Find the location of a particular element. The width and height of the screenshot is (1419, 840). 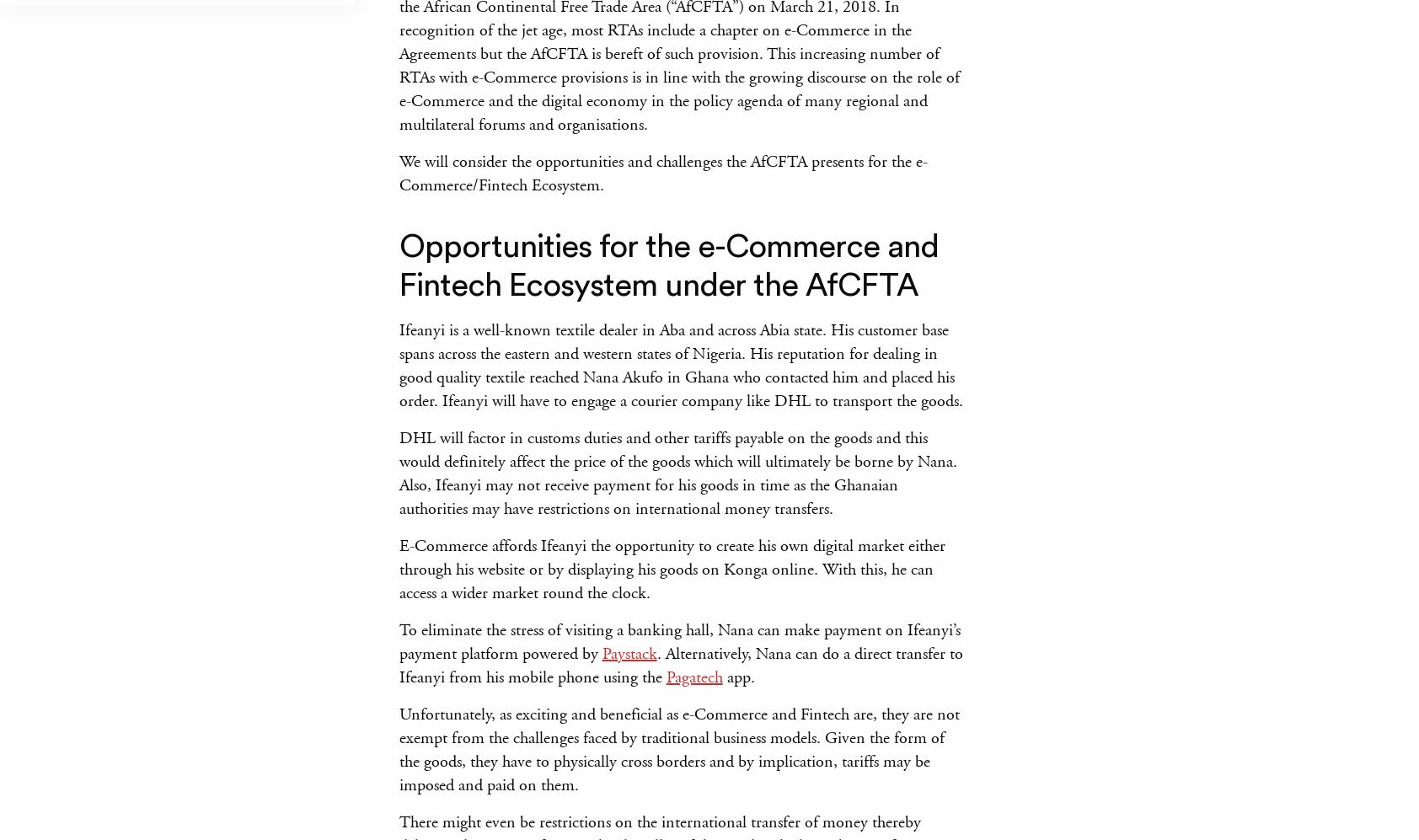

'DHL will factor in customs duties and other tariffs payable on the goods and this would definitely affect the price of the goods which will ultimately be borne by Nana. Also, Ifeanyi may not receive payment for his goods in time as the Ghanaian authorities may have restrictions on international money transfers.' is located at coordinates (677, 474).